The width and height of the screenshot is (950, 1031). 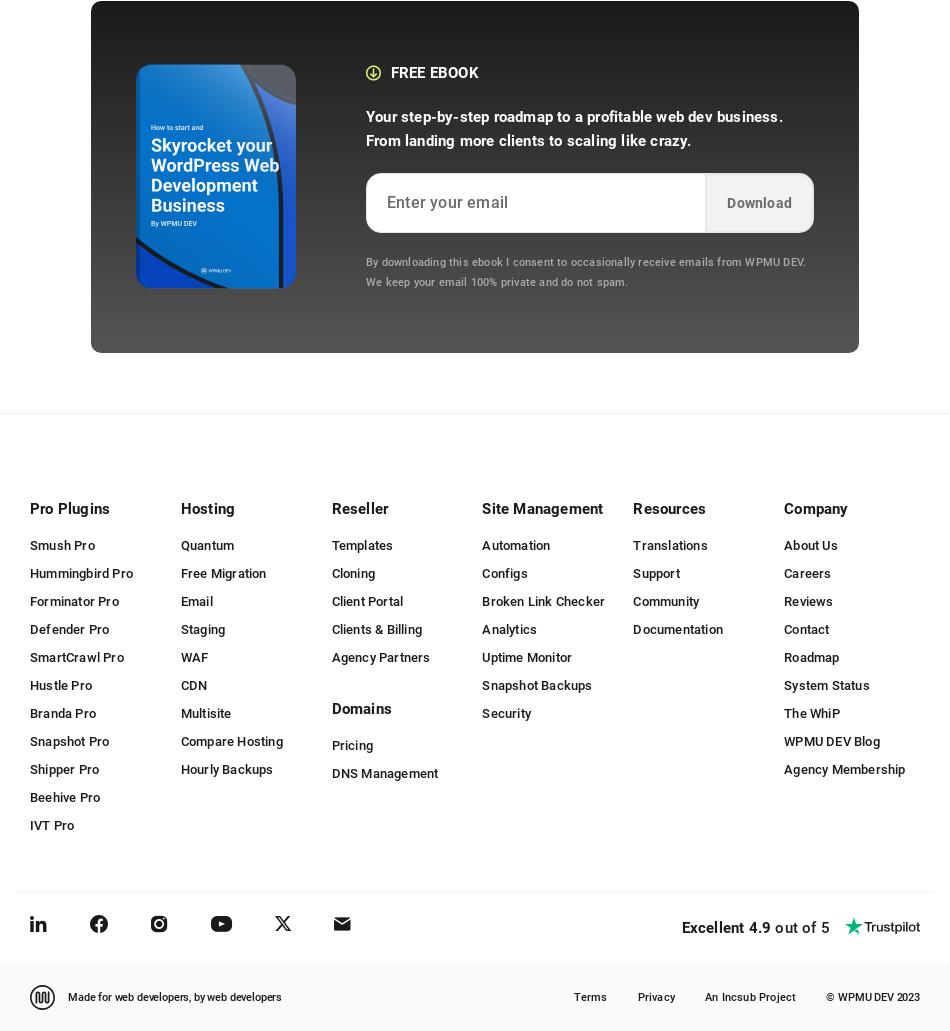 I want to click on 'Roadmap', so click(x=810, y=656).